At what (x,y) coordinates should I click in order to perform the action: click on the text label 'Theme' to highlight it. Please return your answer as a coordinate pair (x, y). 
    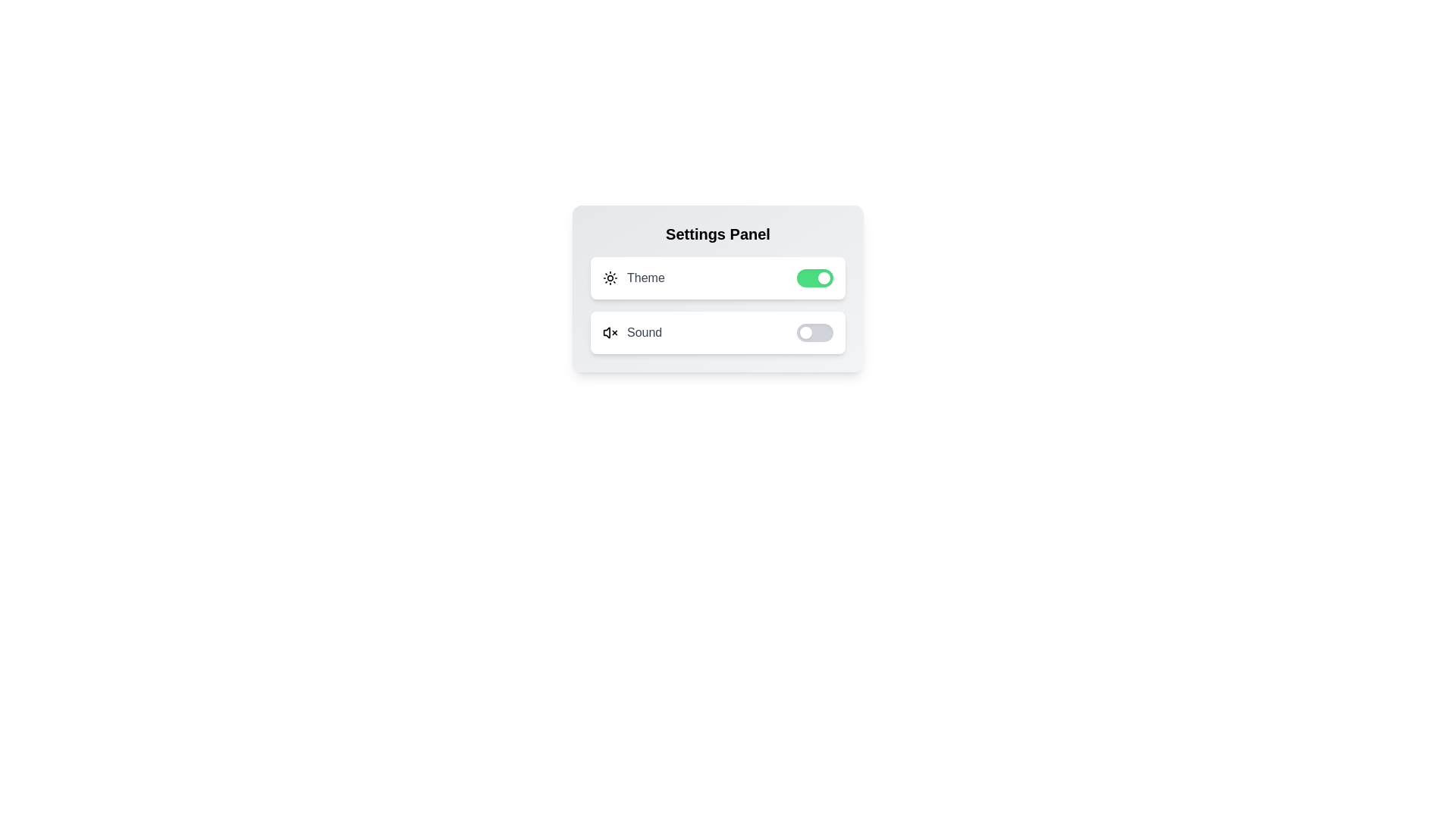
    Looking at the image, I should click on (645, 278).